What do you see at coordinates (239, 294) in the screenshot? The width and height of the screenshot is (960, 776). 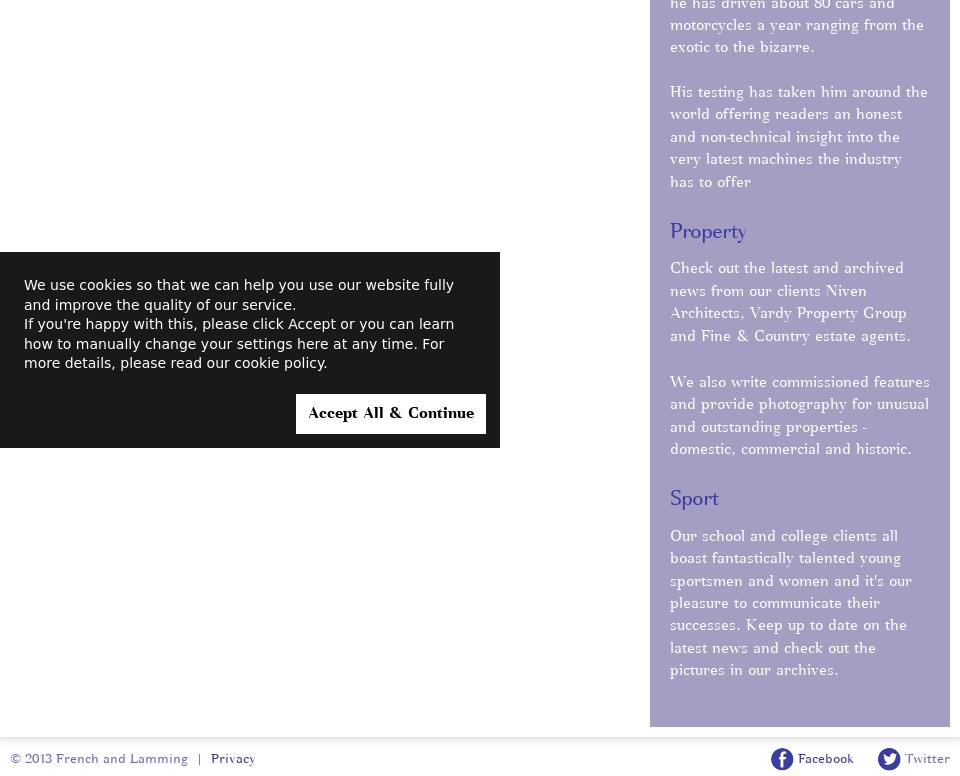 I see `'We use cookies so that we can help you use our website fully and improve the quality of our service.'` at bounding box center [239, 294].